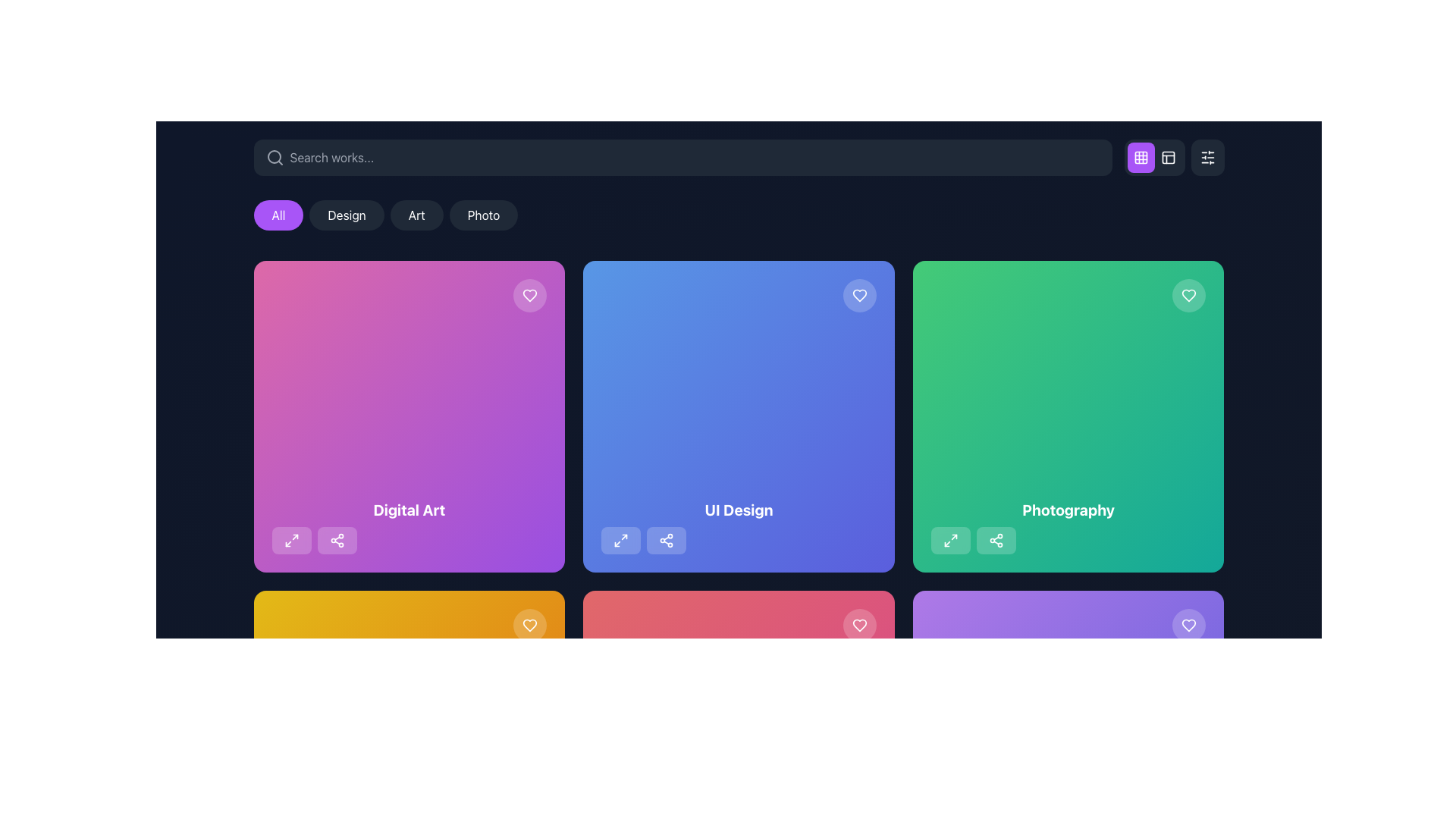 The height and width of the screenshot is (819, 1456). Describe the element at coordinates (336, 539) in the screenshot. I see `the sharing icon located as the second button from the left in the rounded rectangle overlay at the bottom left corner of the 'Digital Art' card` at that location.